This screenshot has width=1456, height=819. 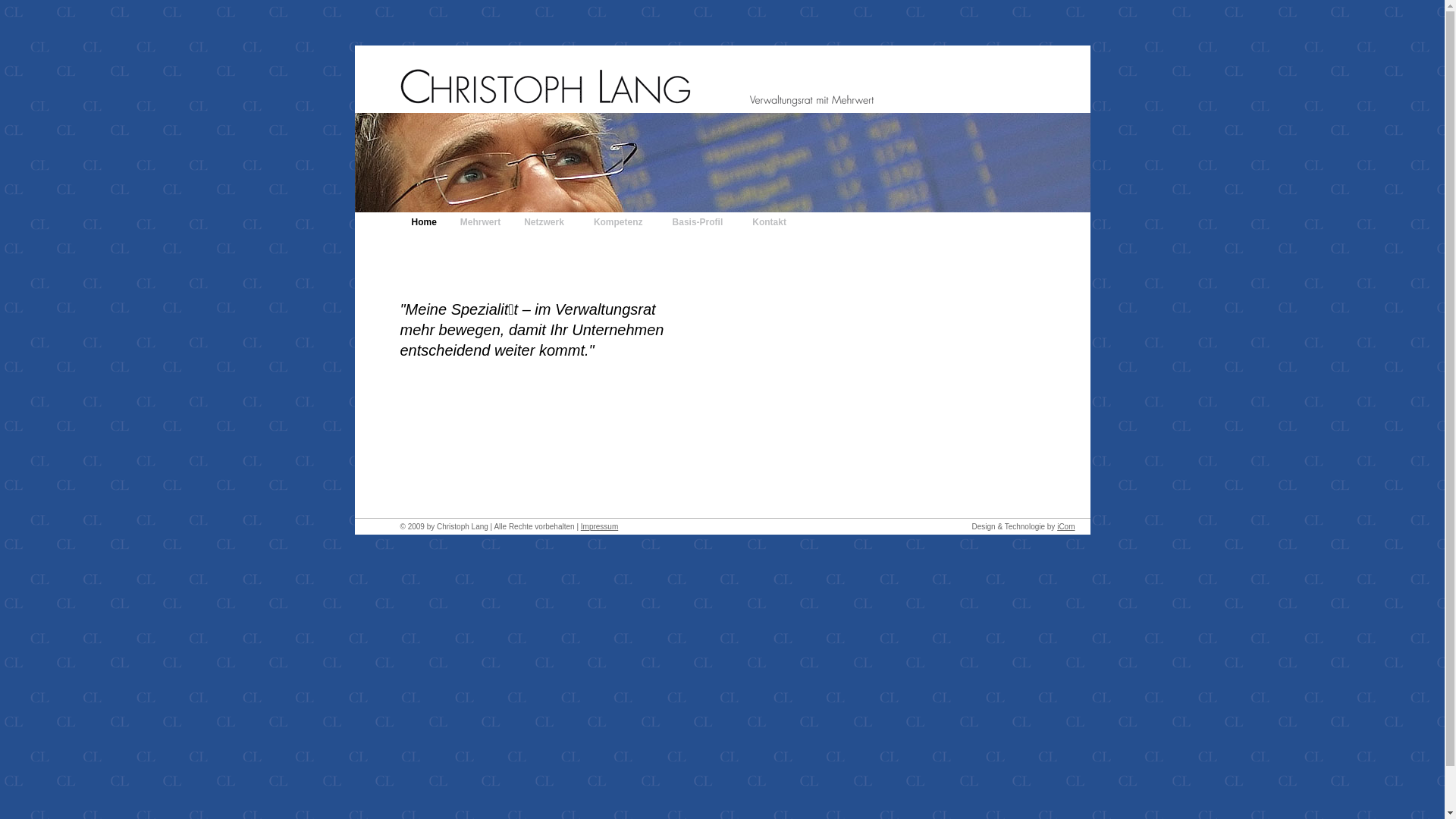 I want to click on 'Basis-Profil', so click(x=701, y=222).